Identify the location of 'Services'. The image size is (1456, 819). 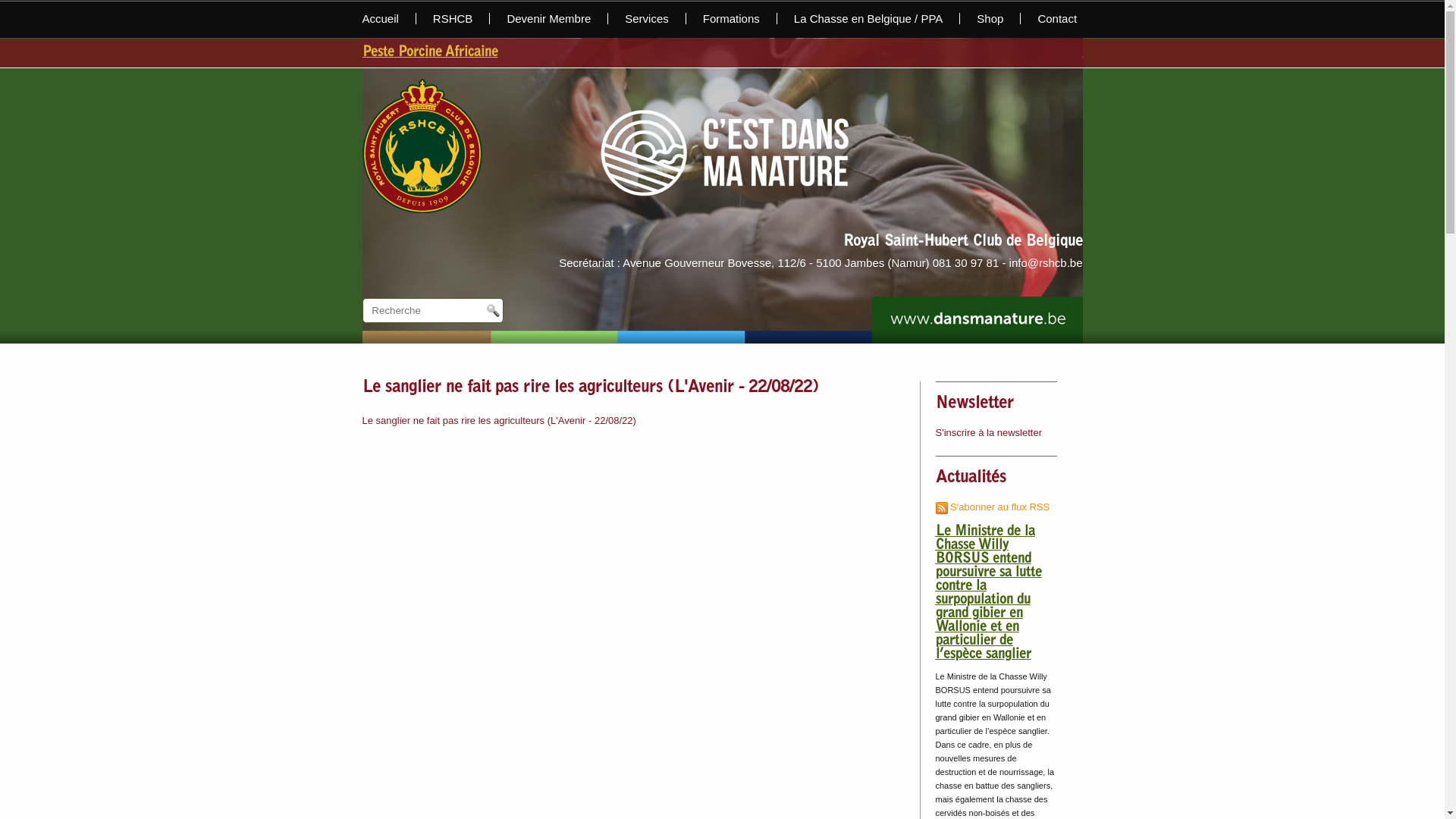
(647, 18).